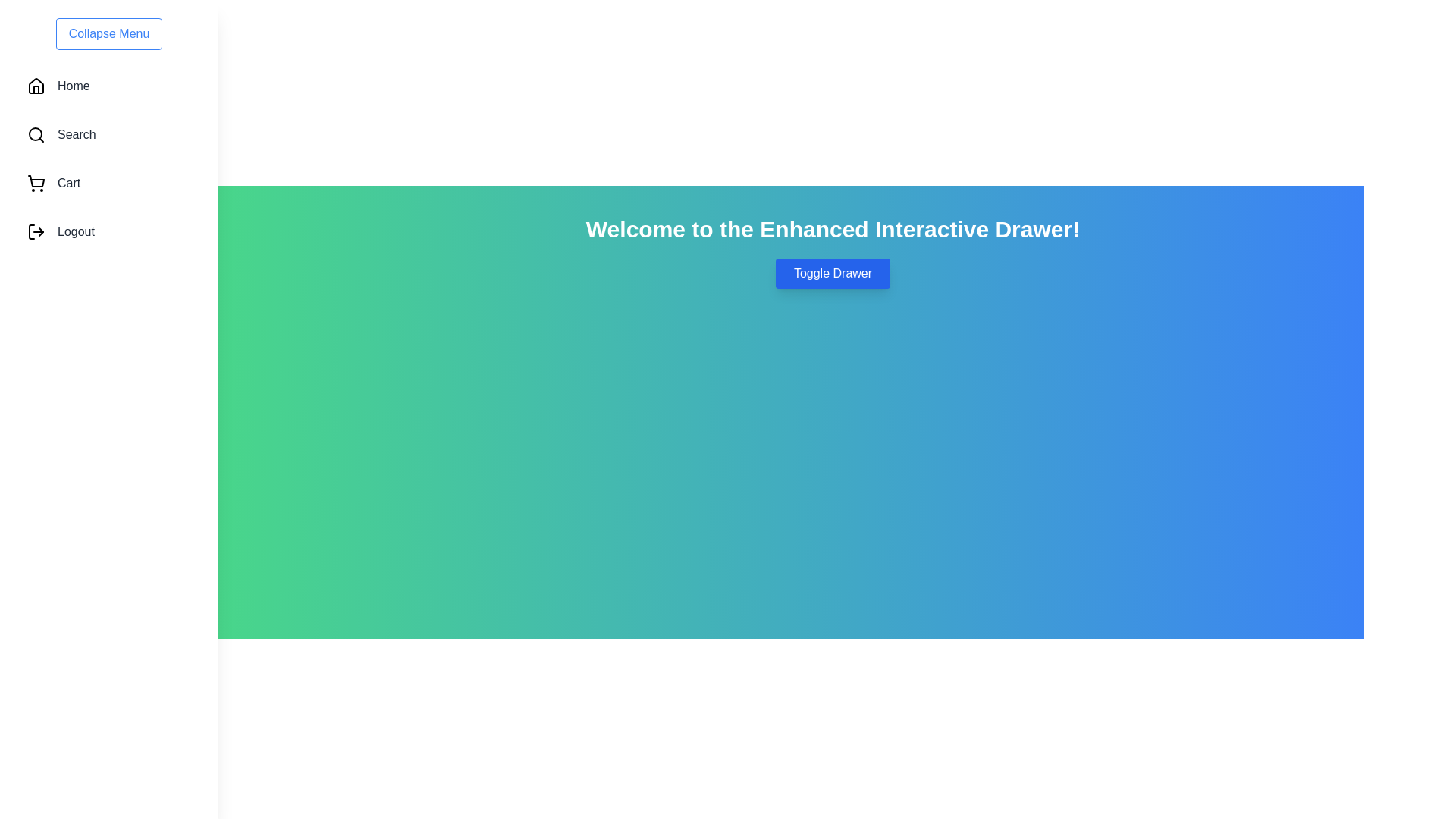 This screenshot has width=1456, height=819. What do you see at coordinates (108, 133) in the screenshot?
I see `the 'Search' menu item to select it` at bounding box center [108, 133].